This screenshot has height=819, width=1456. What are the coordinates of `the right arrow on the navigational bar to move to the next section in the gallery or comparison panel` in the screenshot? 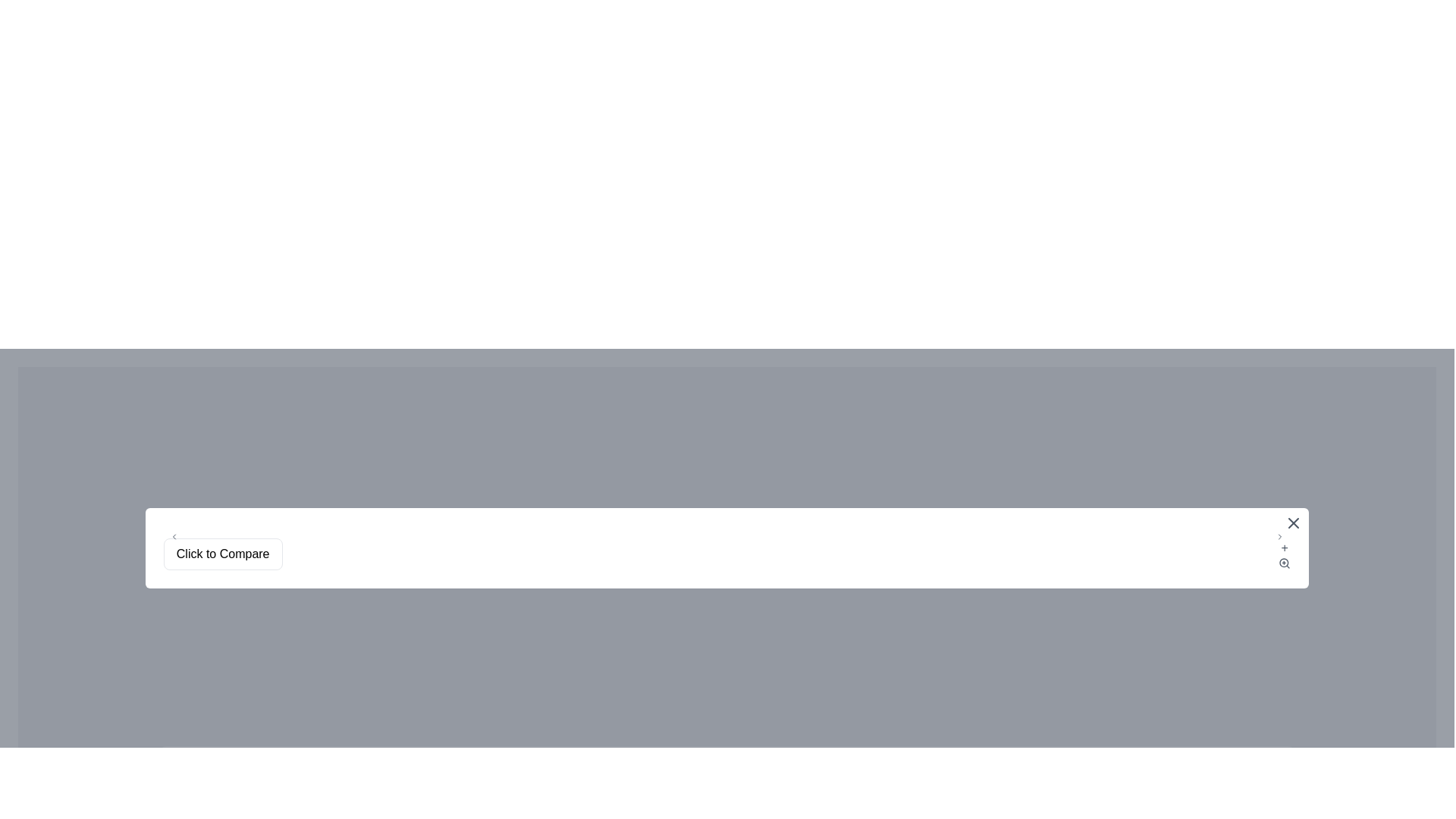 It's located at (726, 536).